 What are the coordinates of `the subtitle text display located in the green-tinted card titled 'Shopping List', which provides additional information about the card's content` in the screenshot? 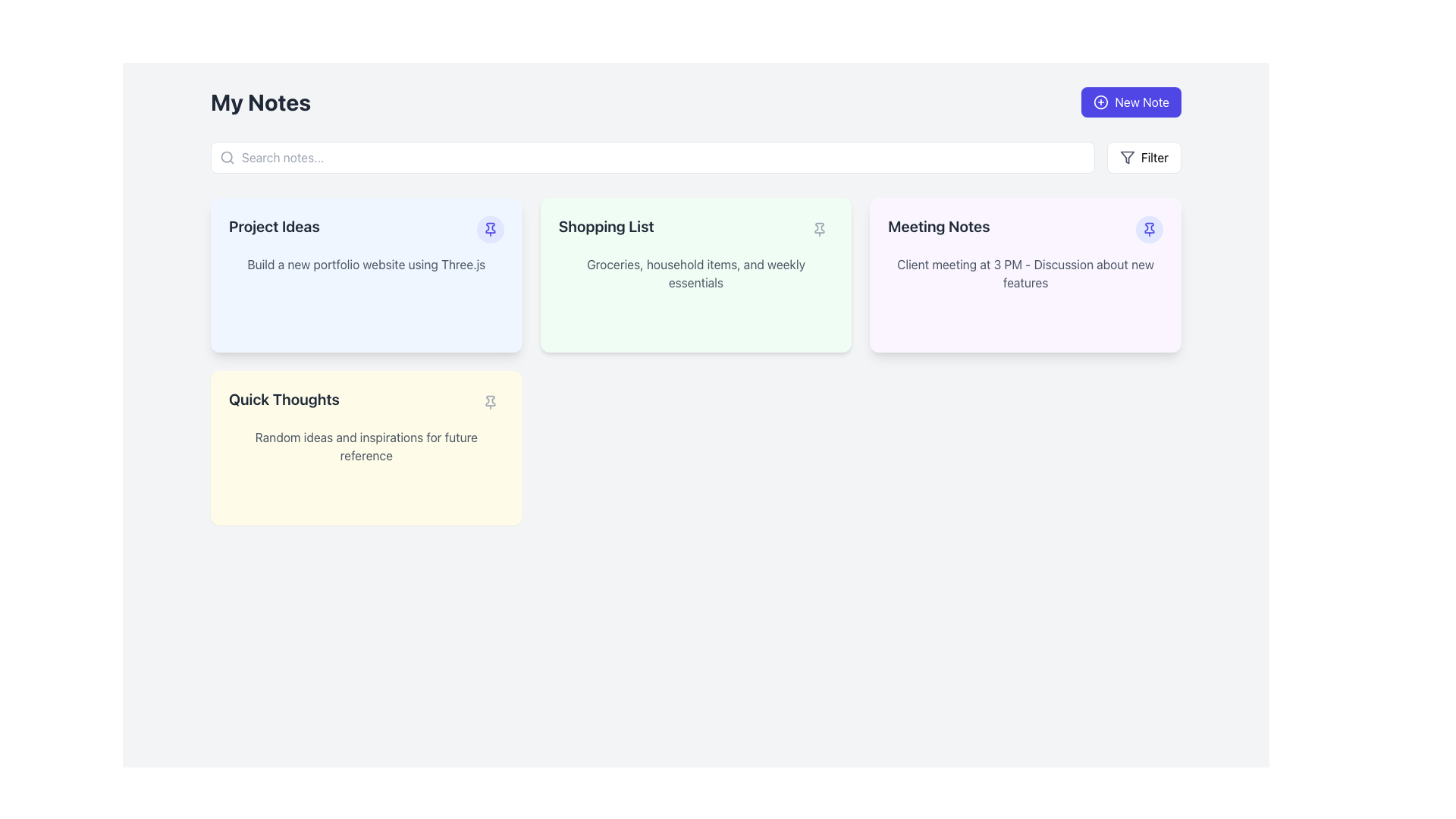 It's located at (695, 274).